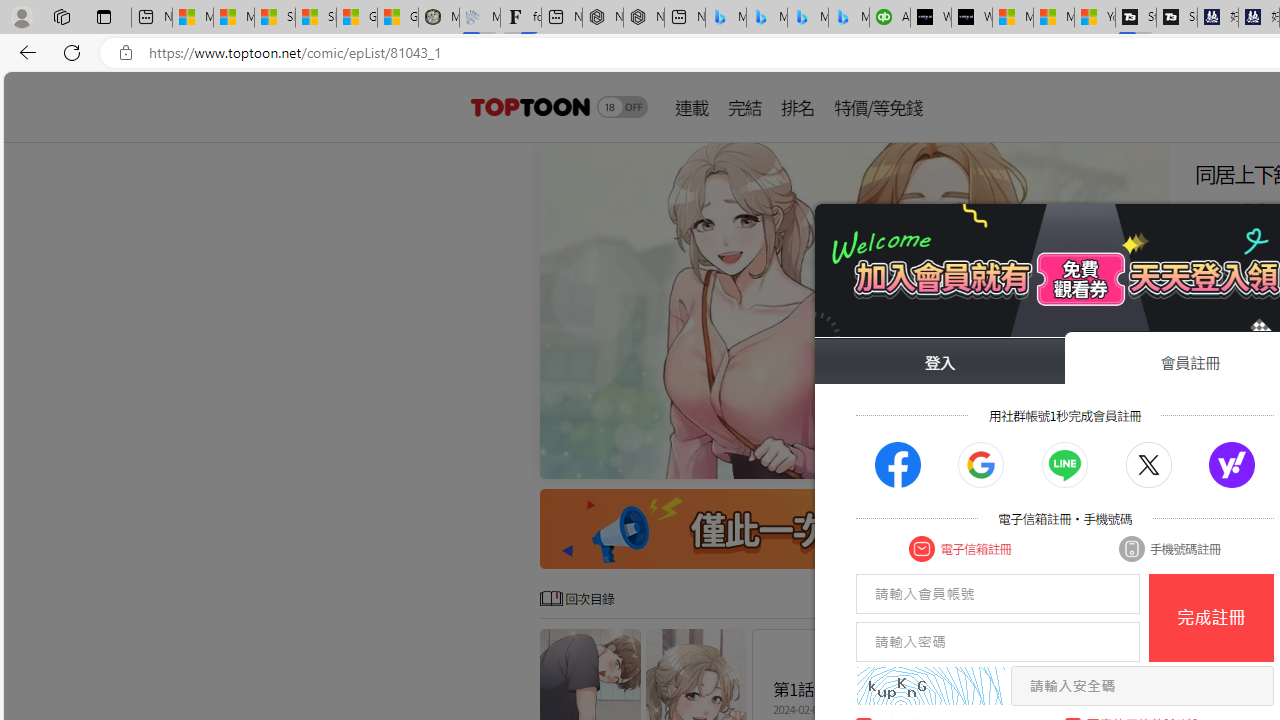 This screenshot has height=720, width=1280. What do you see at coordinates (438, 17) in the screenshot?
I see `'Manatee Mortality Statistics | FWC'` at bounding box center [438, 17].